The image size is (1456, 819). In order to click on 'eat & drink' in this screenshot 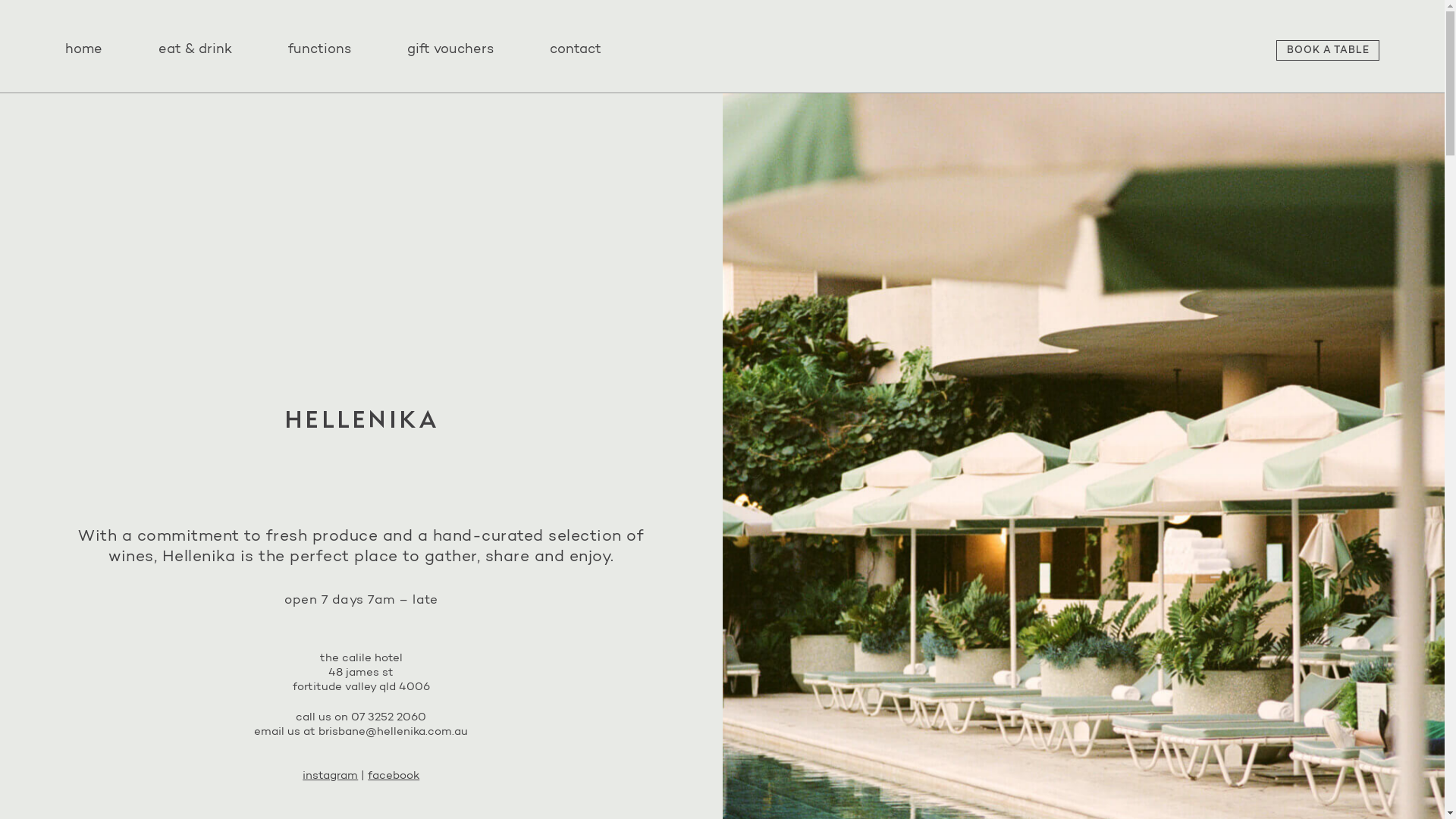, I will do `click(195, 49)`.